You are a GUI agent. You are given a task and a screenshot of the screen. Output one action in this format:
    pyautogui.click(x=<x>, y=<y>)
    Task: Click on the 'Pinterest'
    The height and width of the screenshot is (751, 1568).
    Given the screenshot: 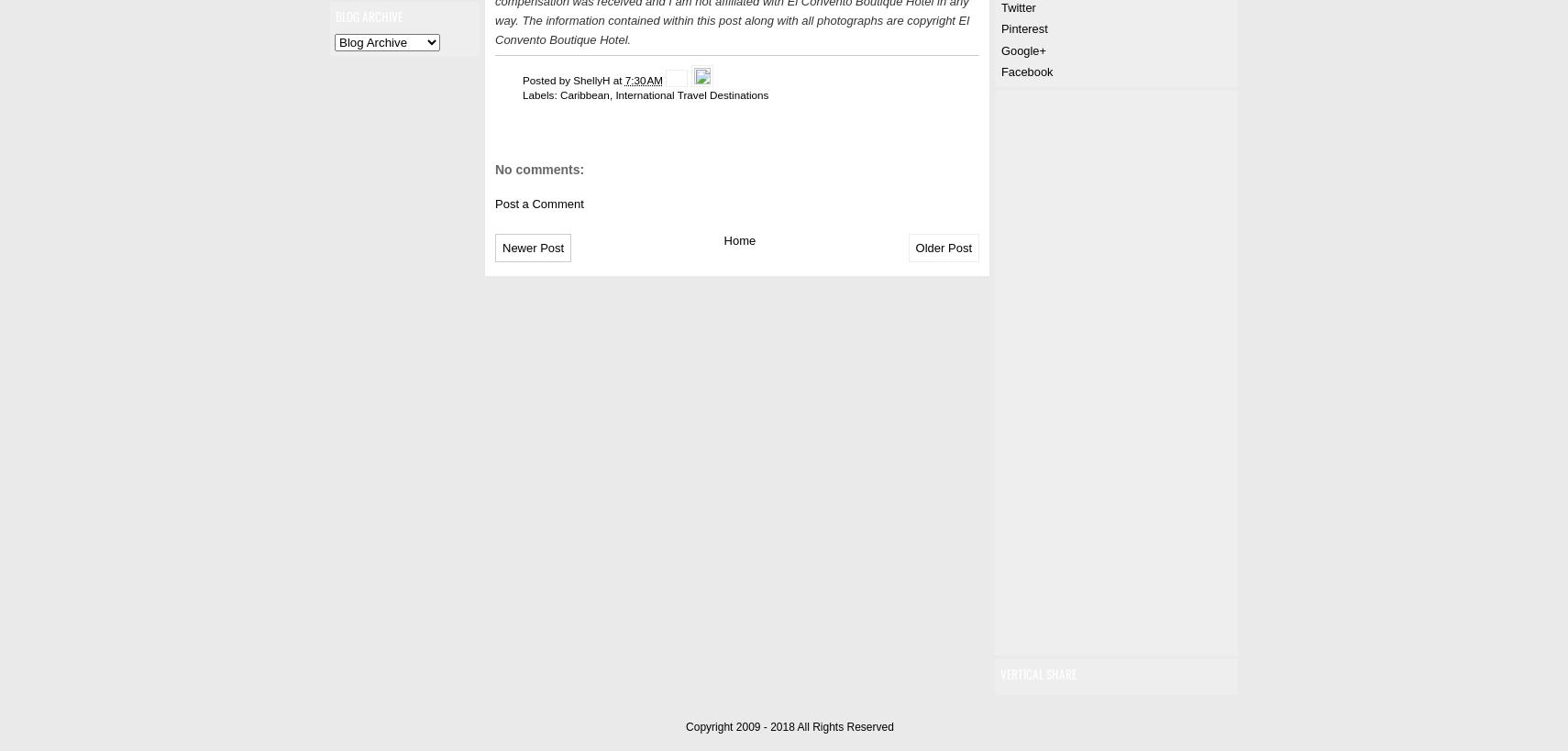 What is the action you would take?
    pyautogui.click(x=1022, y=28)
    